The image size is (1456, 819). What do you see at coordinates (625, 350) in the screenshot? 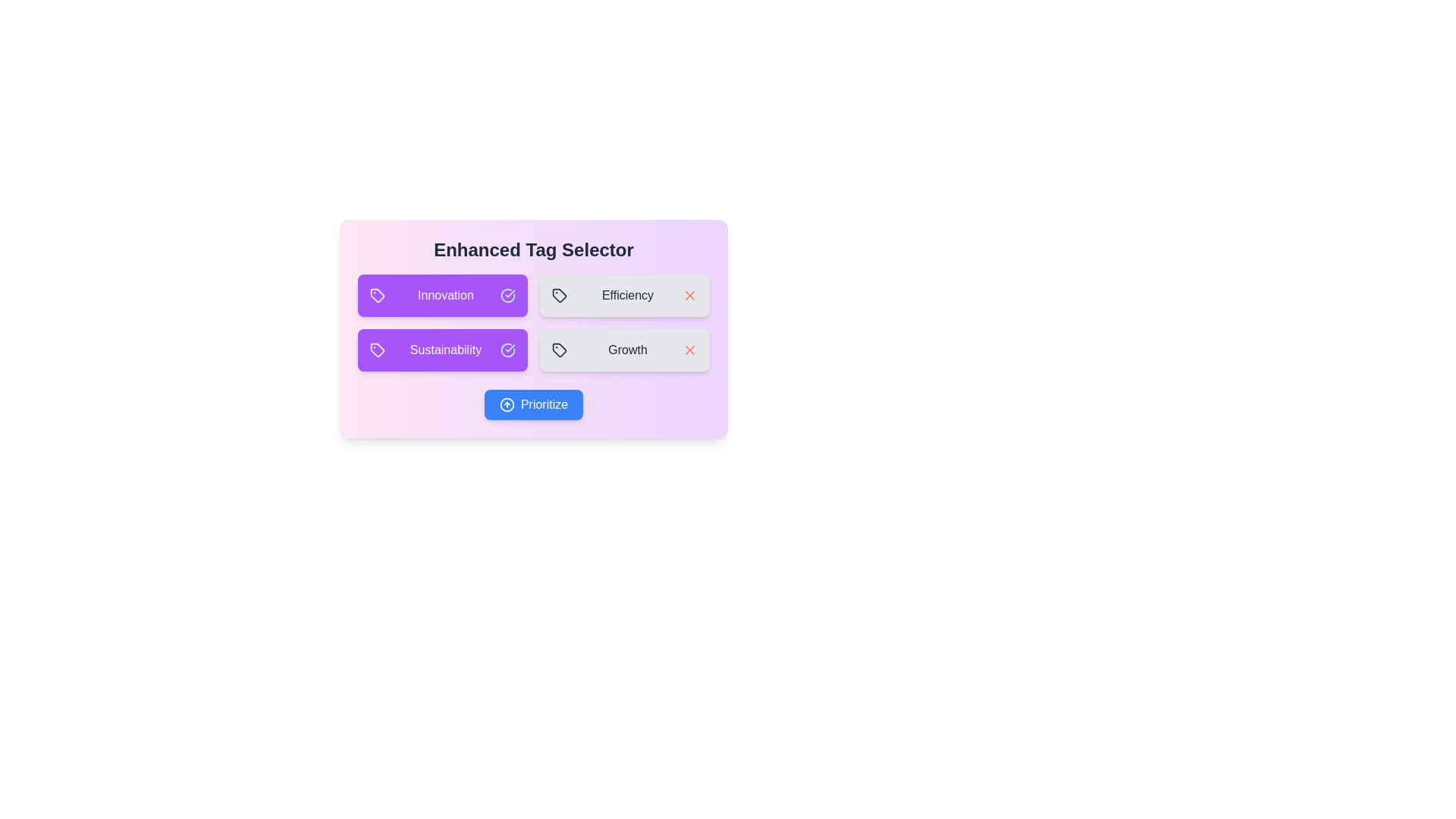
I see `the tag Growth` at bounding box center [625, 350].